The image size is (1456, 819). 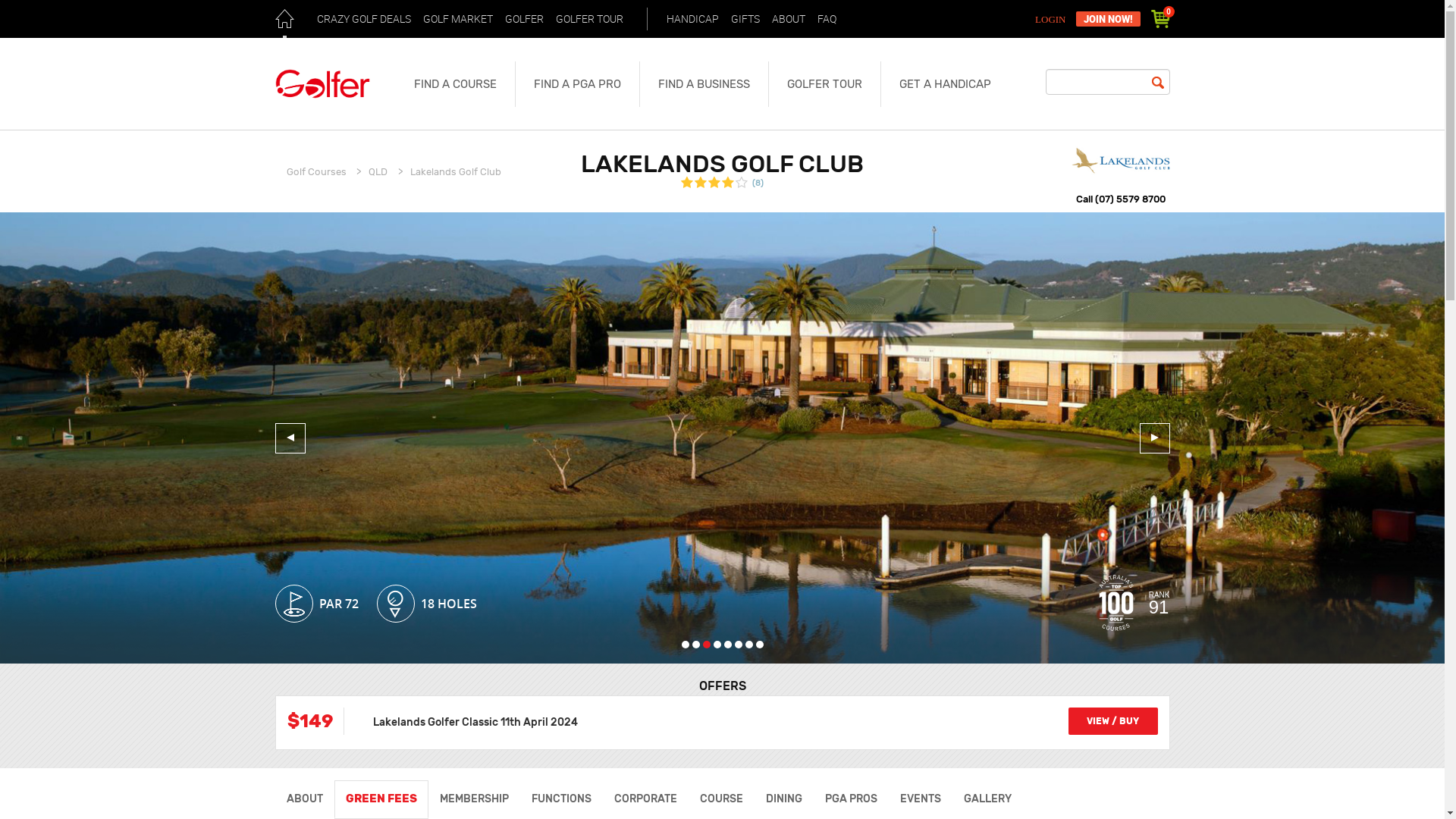 I want to click on 'COURSE', so click(x=687, y=798).